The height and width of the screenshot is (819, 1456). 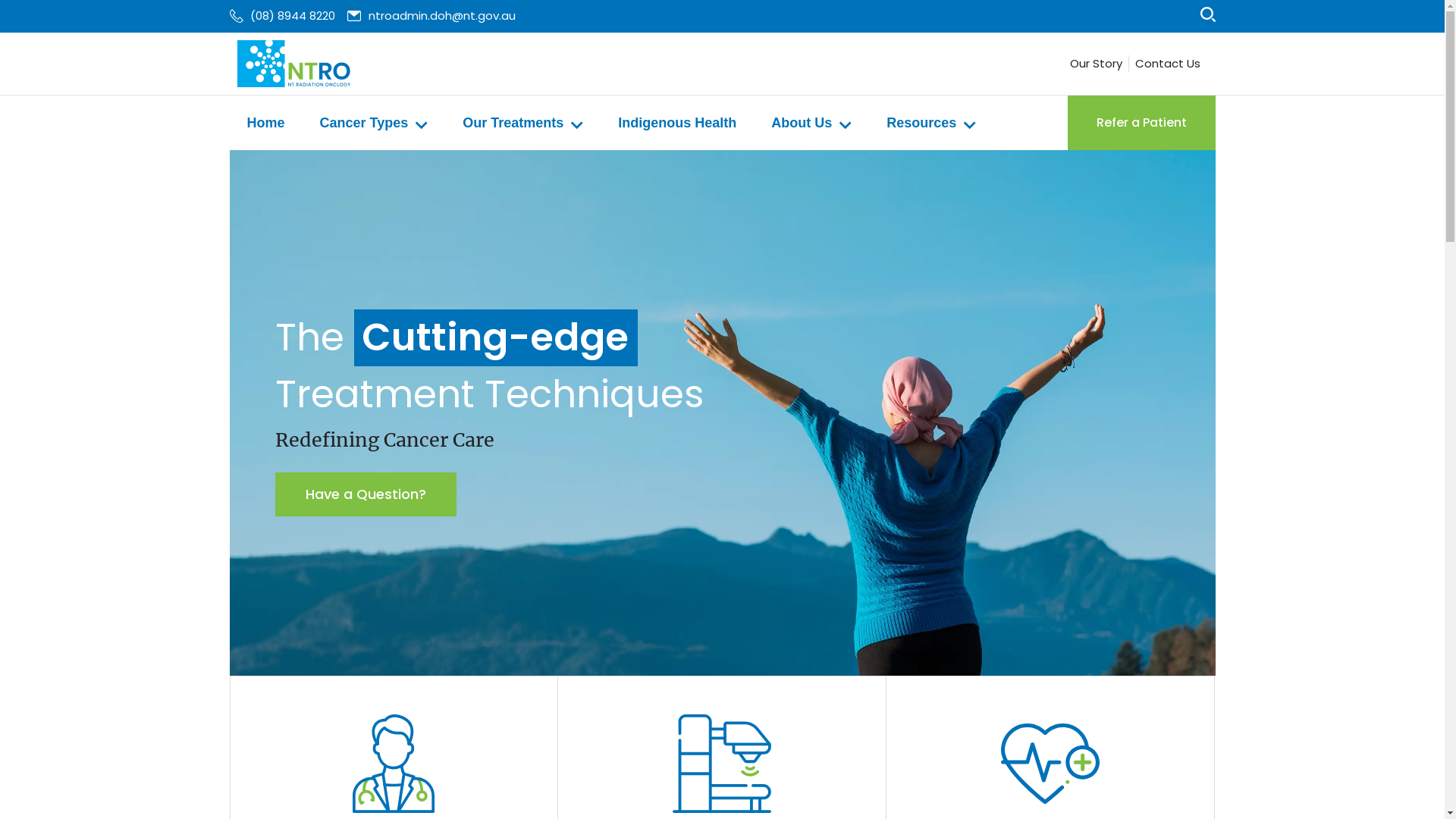 What do you see at coordinates (1095, 63) in the screenshot?
I see `'Our Story'` at bounding box center [1095, 63].